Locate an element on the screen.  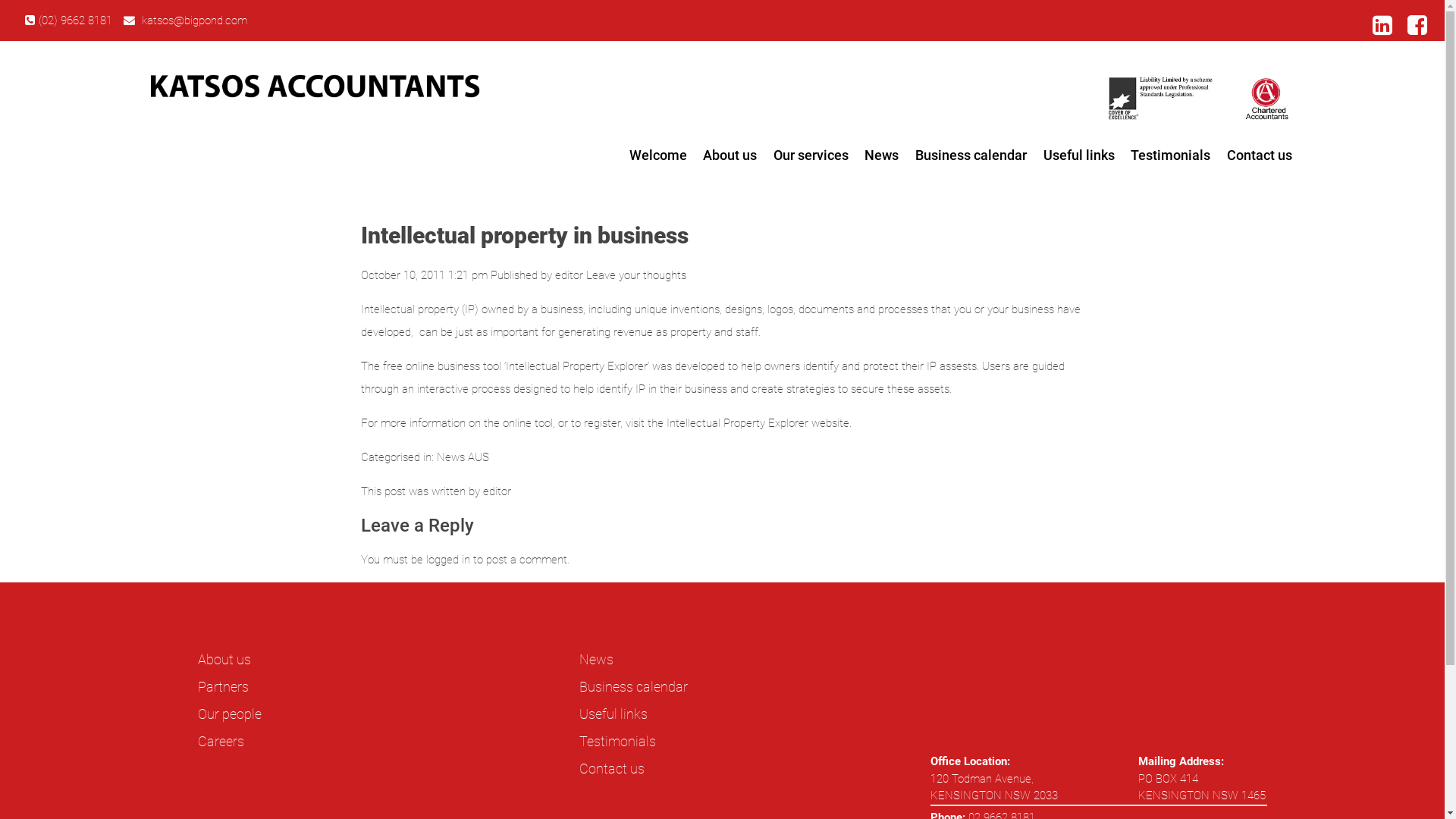
'Welcome' is located at coordinates (621, 155).